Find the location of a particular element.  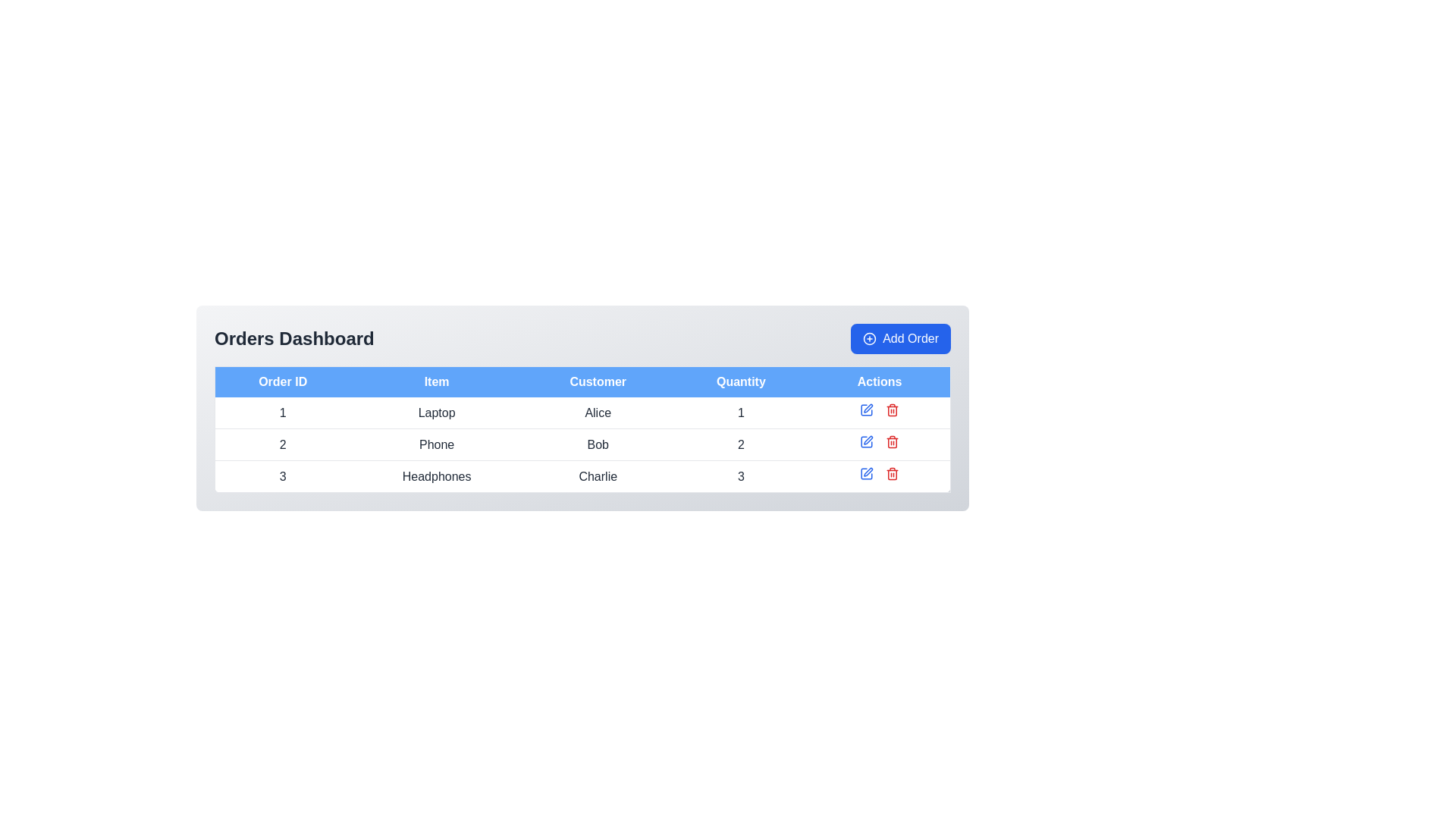

the numerical text '2' in the 'Quantity' column of the table, which is associated with the 'Phone' item and located under the 'Bob' customer is located at coordinates (741, 444).